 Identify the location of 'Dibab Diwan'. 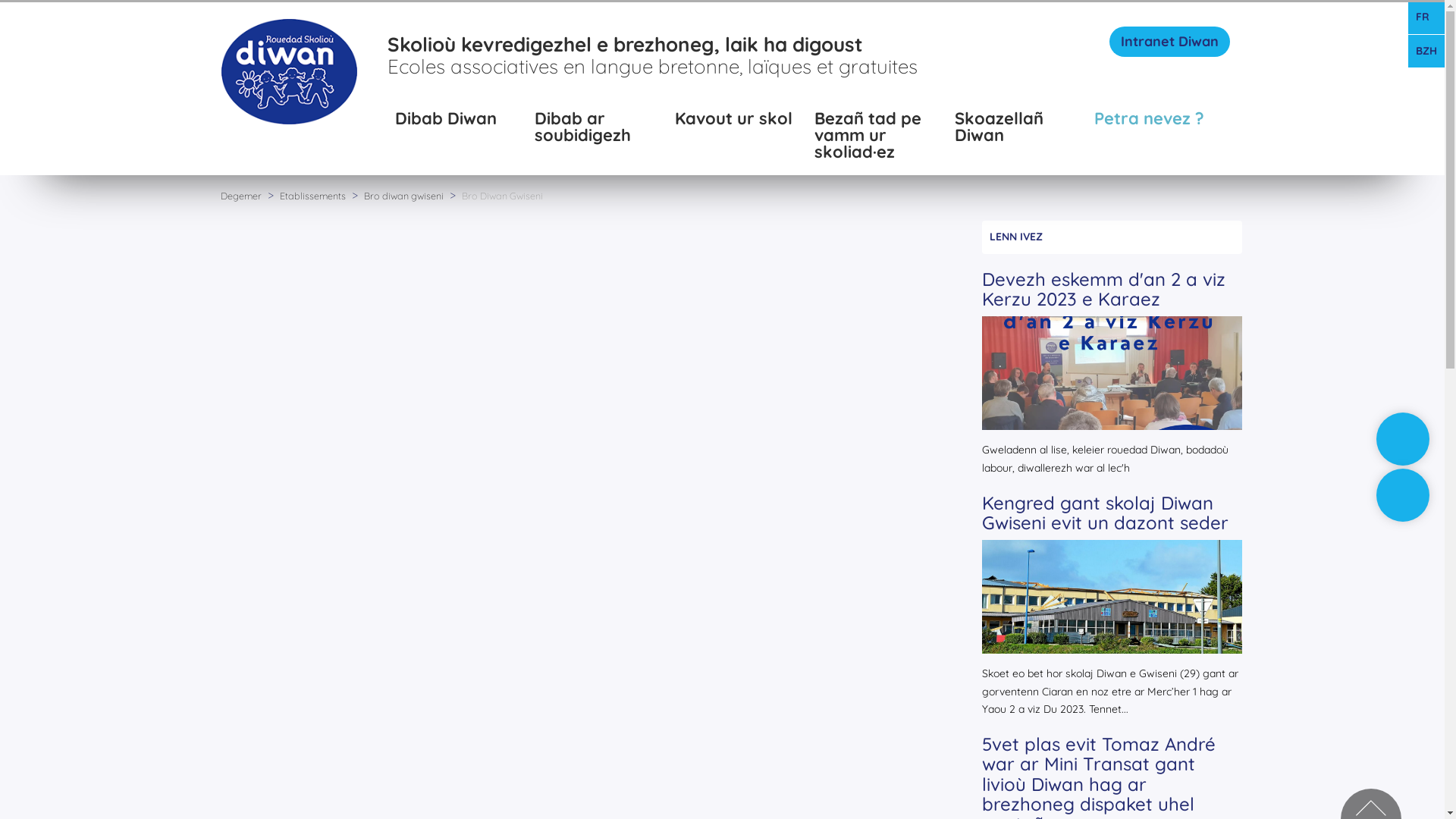
(457, 127).